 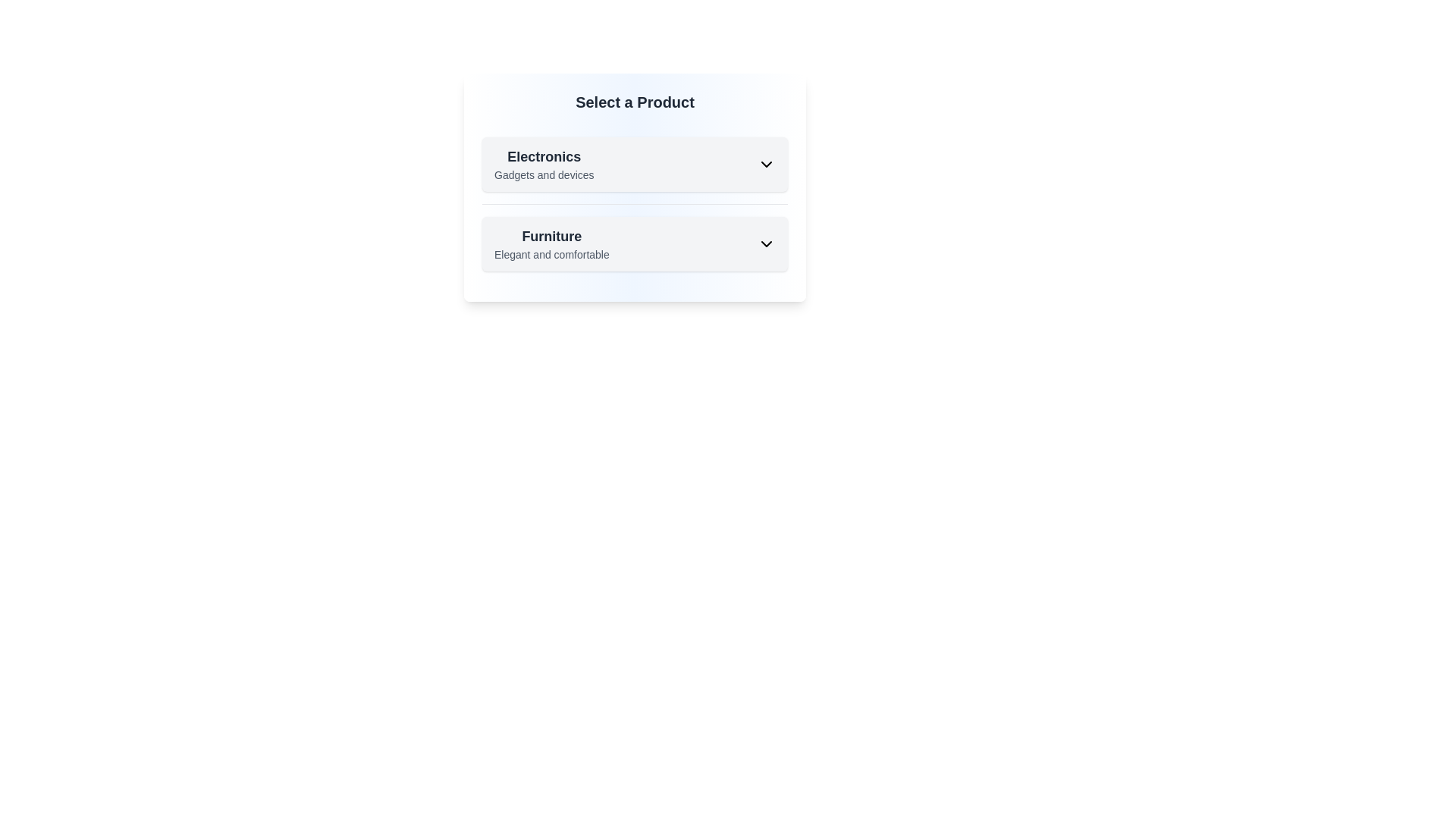 I want to click on the downward-facing chevron icon, so click(x=767, y=164).